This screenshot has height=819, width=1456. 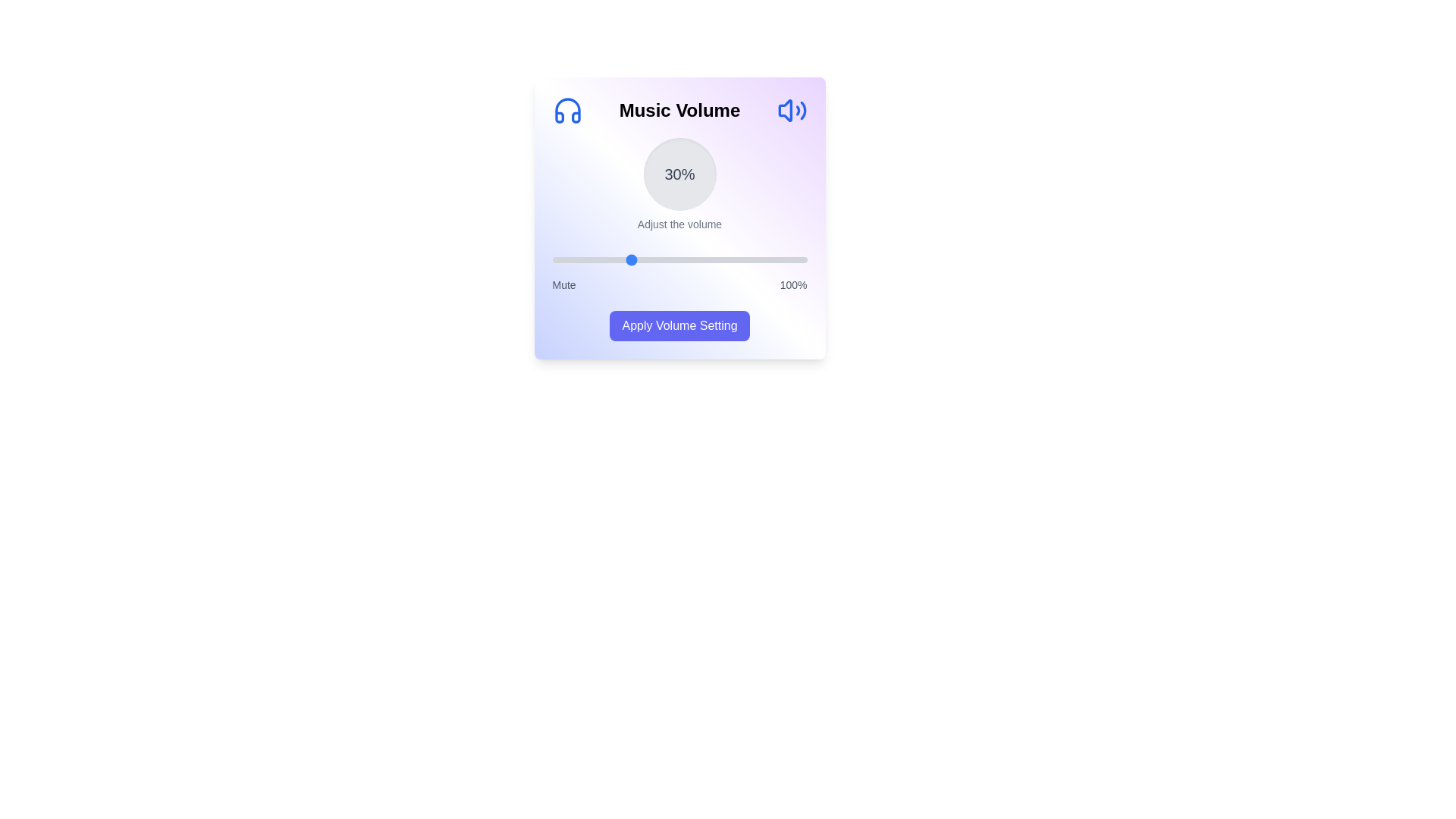 What do you see at coordinates (633, 259) in the screenshot?
I see `the volume slider to 32%` at bounding box center [633, 259].